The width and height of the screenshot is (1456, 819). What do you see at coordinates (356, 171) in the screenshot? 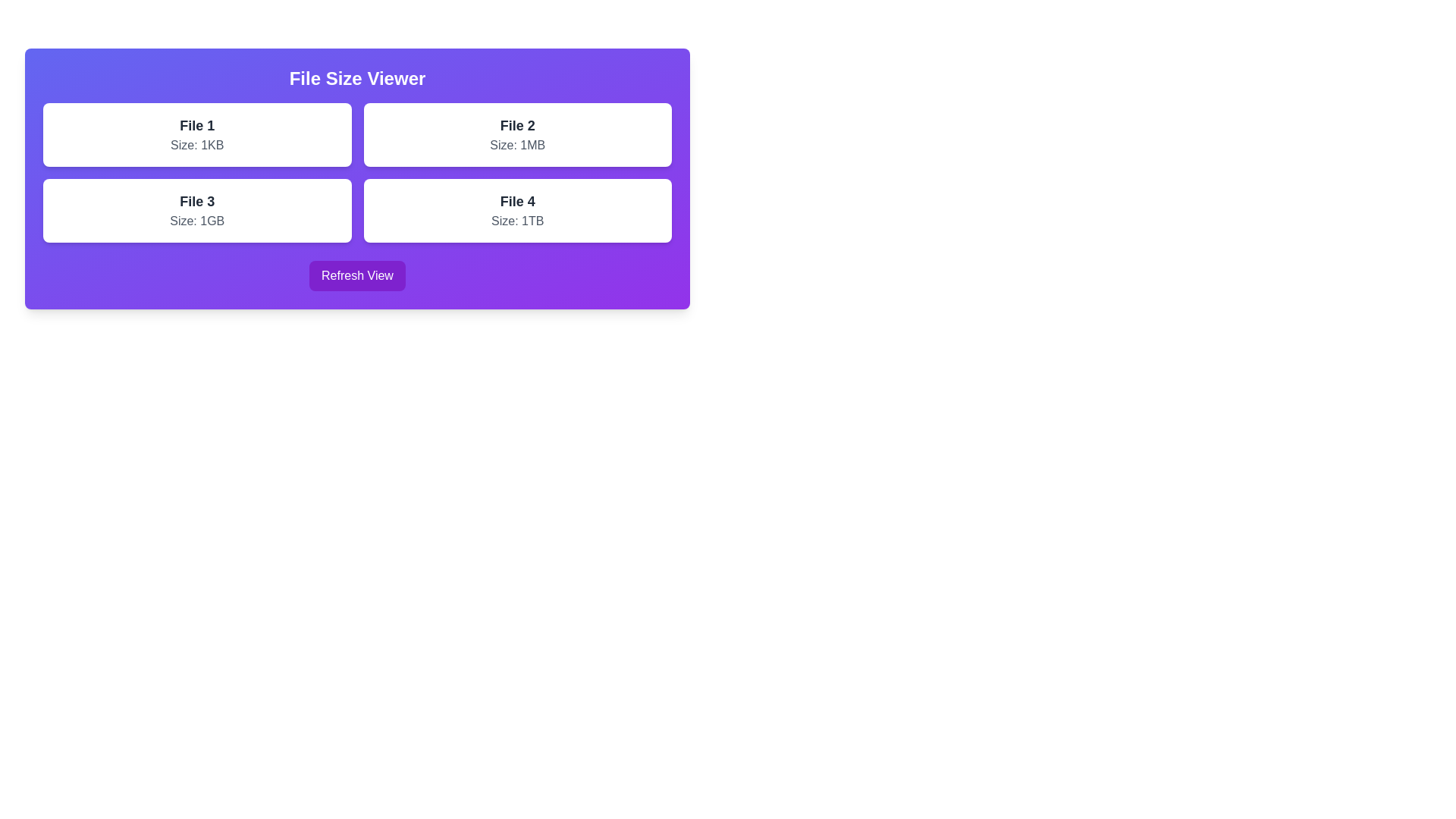
I see `the Grid layout containing informational cards` at bounding box center [356, 171].